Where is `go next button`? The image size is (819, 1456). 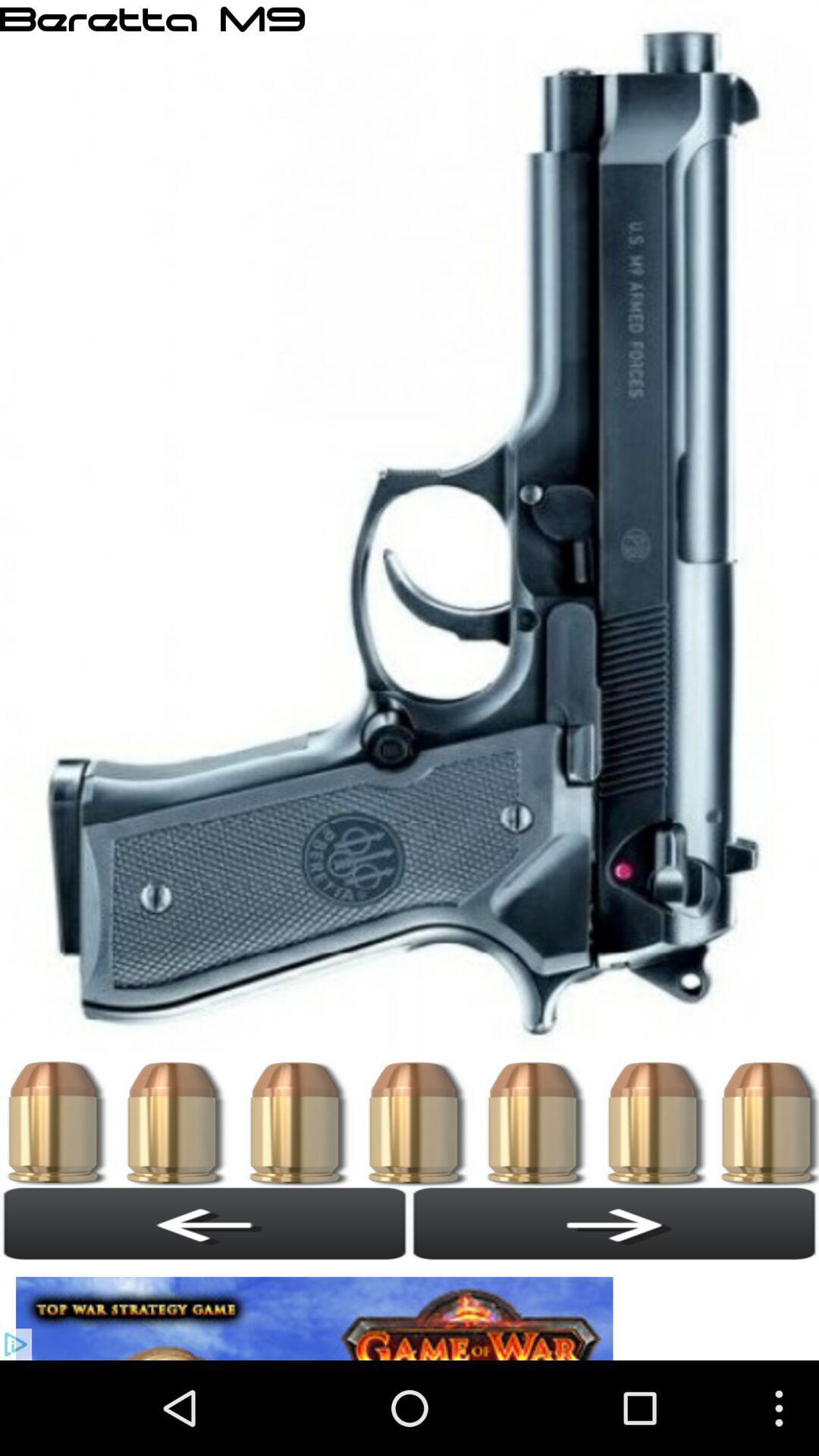
go next button is located at coordinates (614, 1223).